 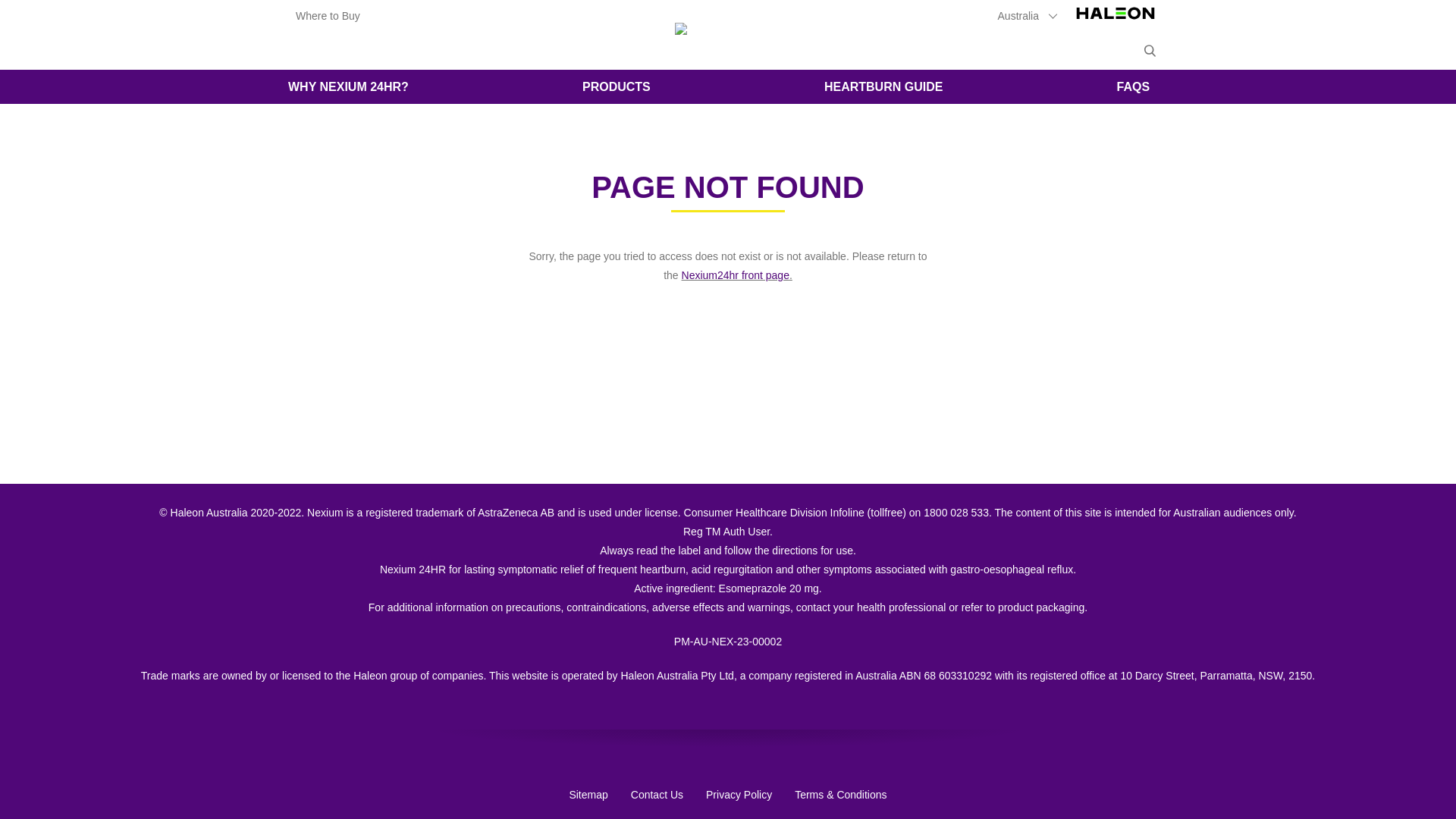 I want to click on 'Nexium Logo', so click(x=728, y=32).